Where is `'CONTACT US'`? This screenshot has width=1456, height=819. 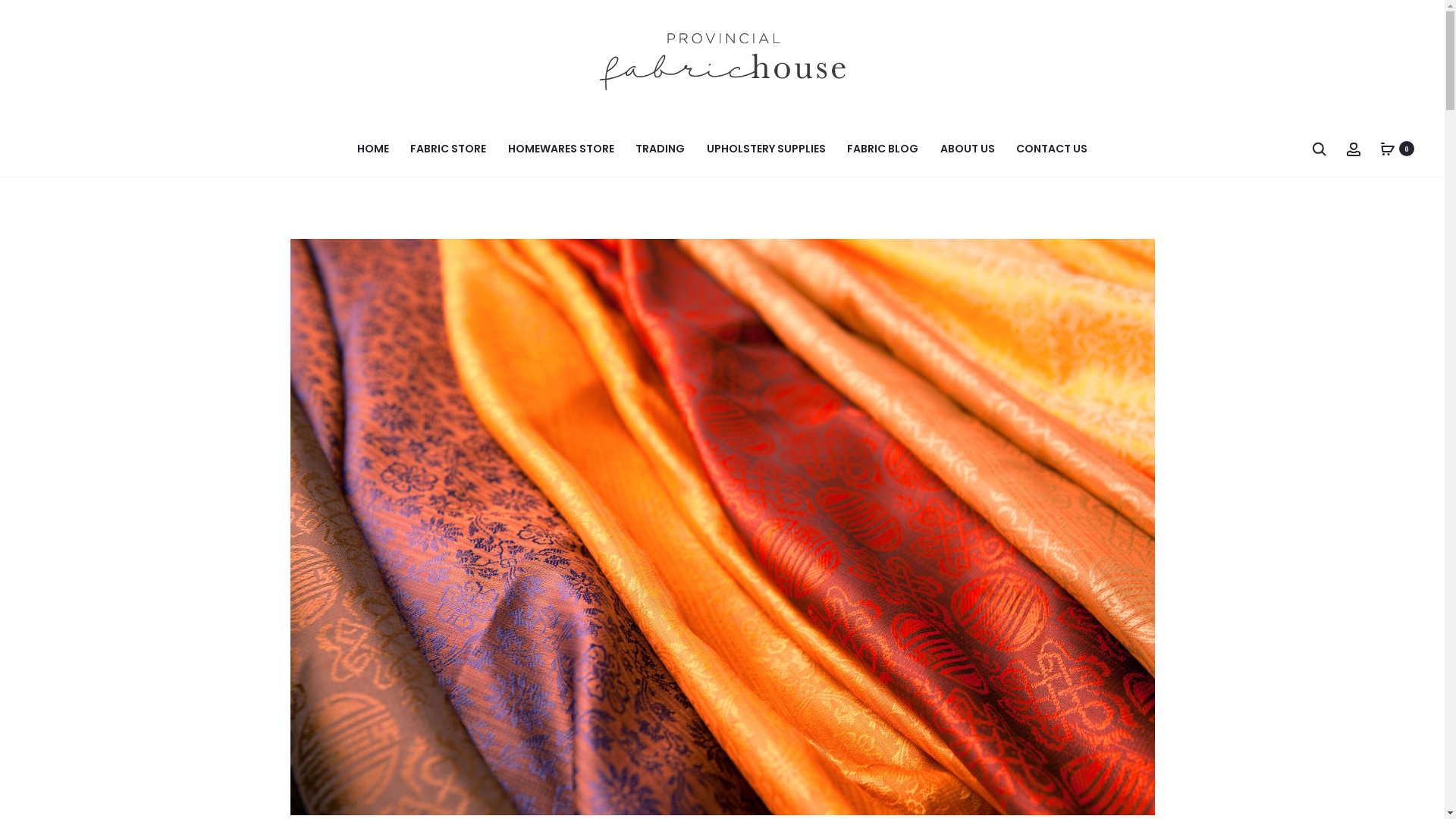 'CONTACT US' is located at coordinates (1051, 149).